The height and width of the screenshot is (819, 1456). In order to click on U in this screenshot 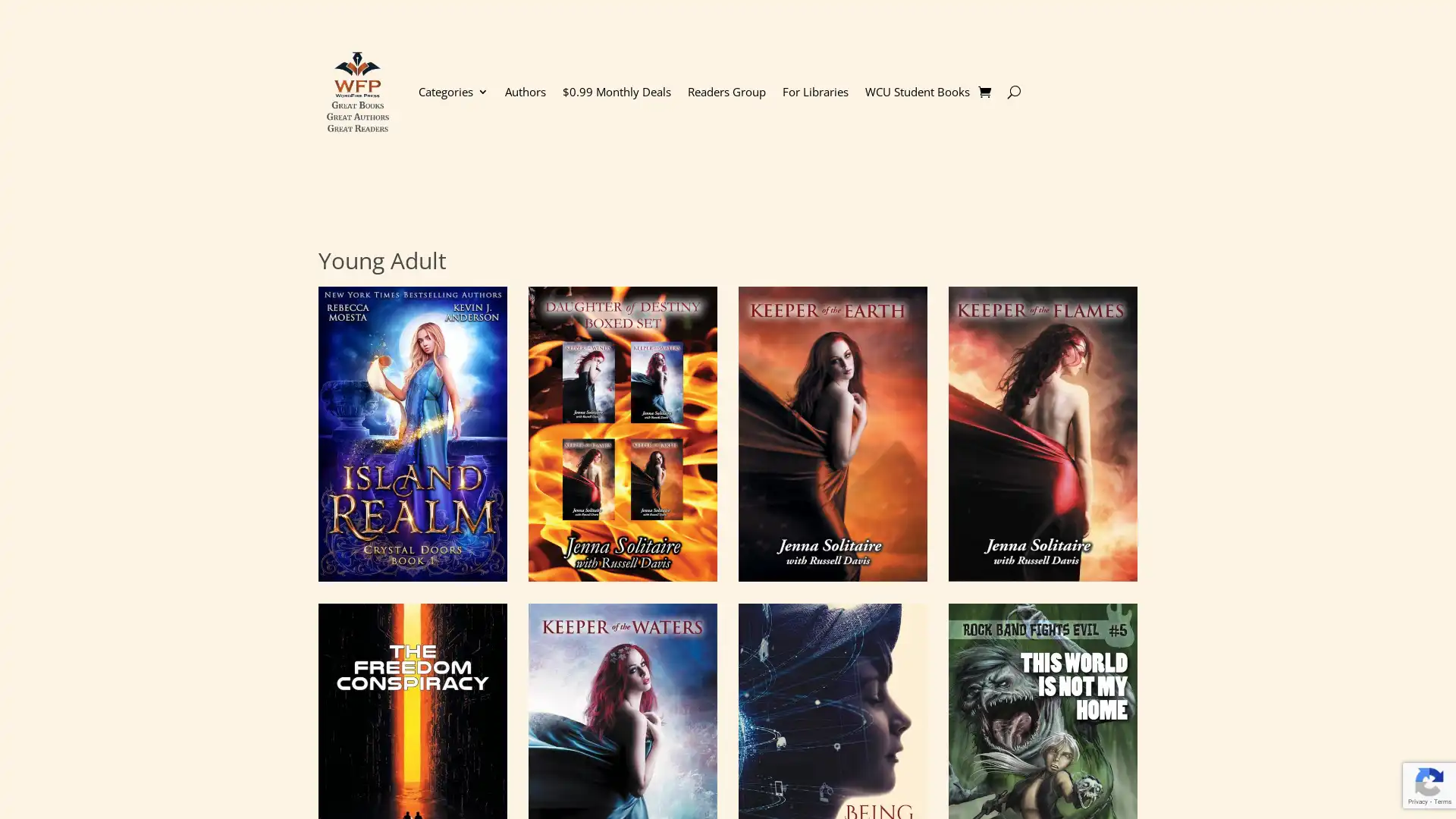, I will do `click(1013, 91)`.